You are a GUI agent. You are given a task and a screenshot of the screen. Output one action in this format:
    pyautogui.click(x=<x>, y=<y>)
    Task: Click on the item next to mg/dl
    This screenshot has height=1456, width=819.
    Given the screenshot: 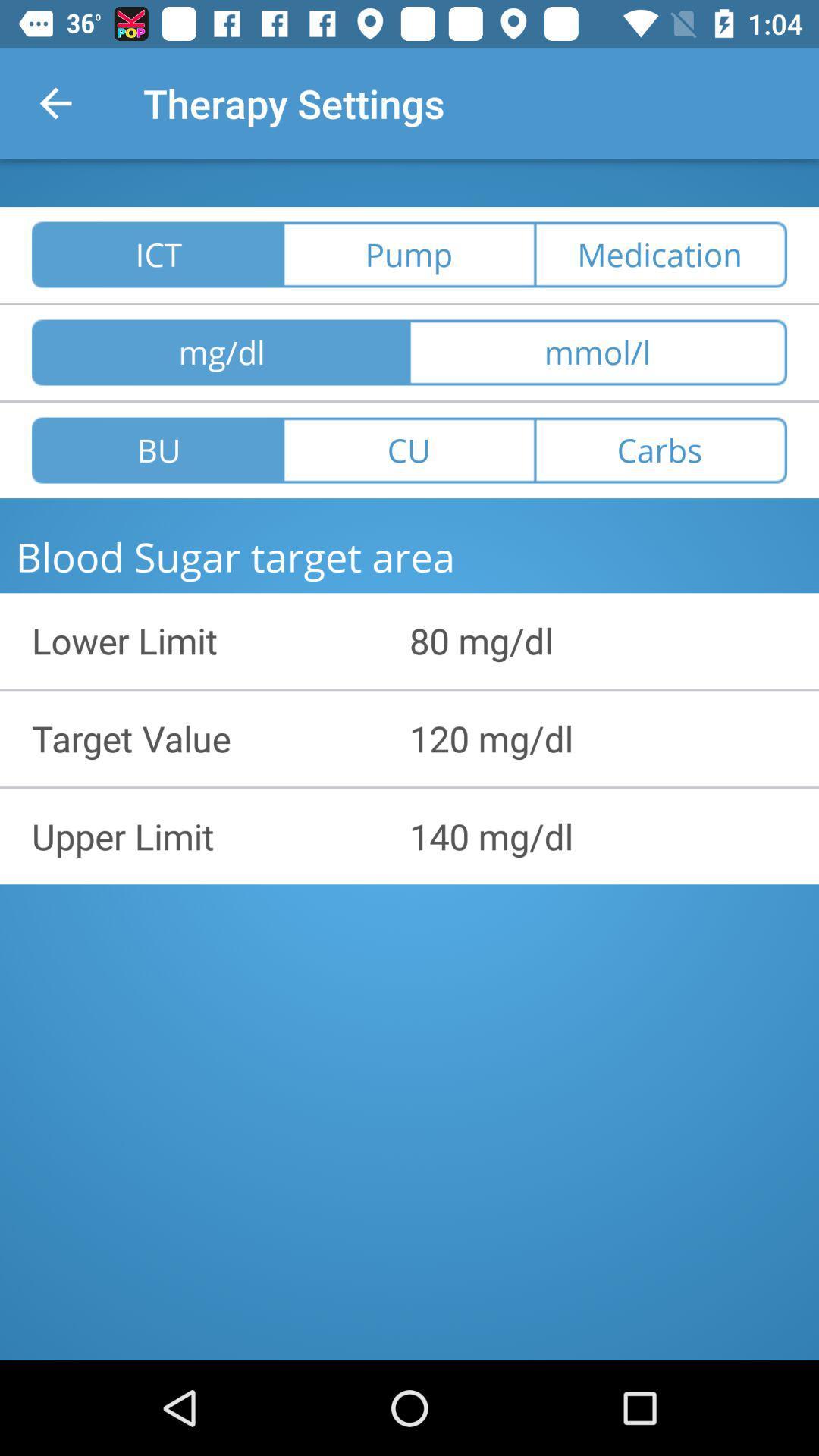 What is the action you would take?
    pyautogui.click(x=598, y=352)
    